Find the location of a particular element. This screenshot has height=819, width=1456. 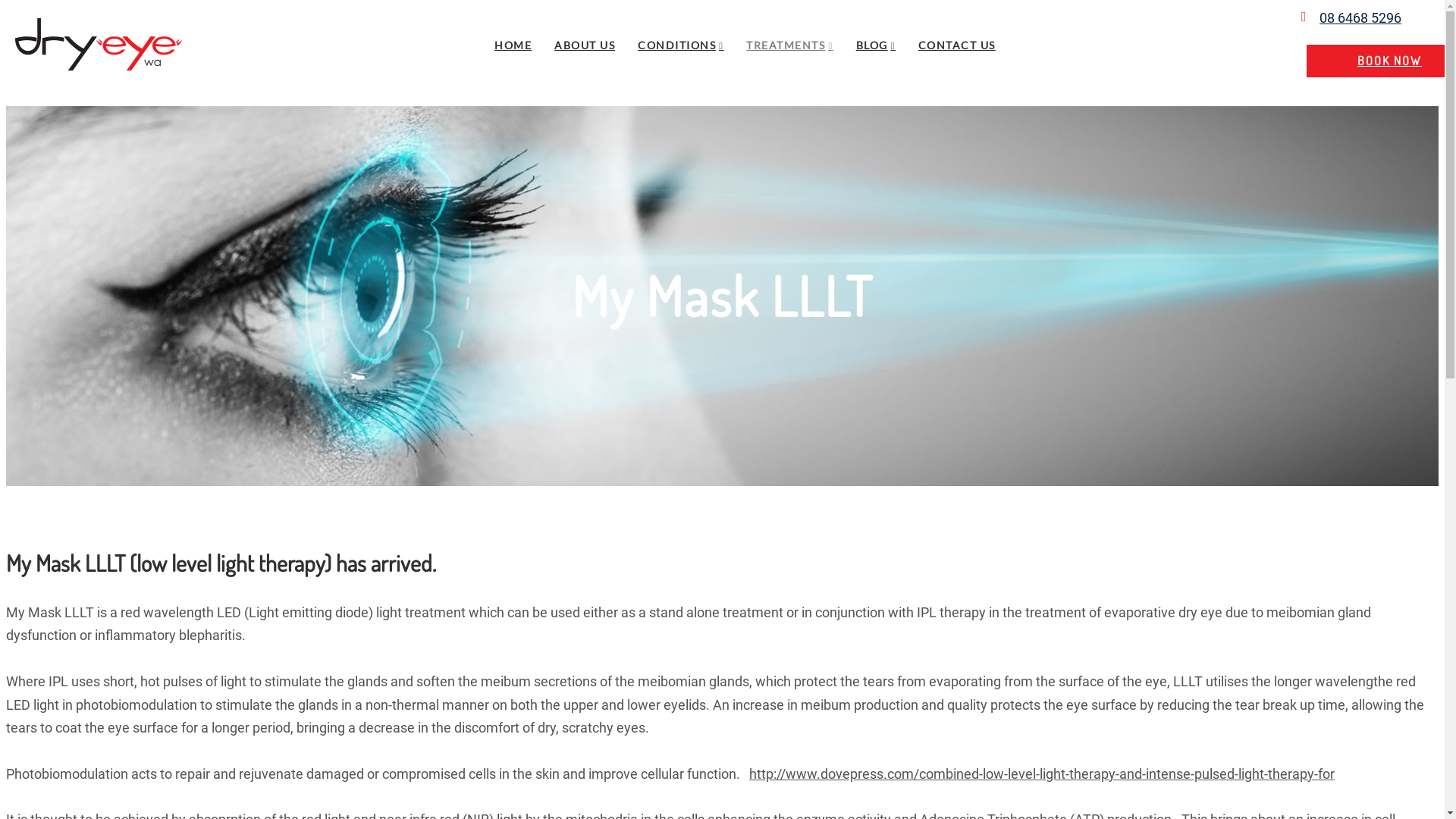

'ABOUT US' is located at coordinates (584, 44).